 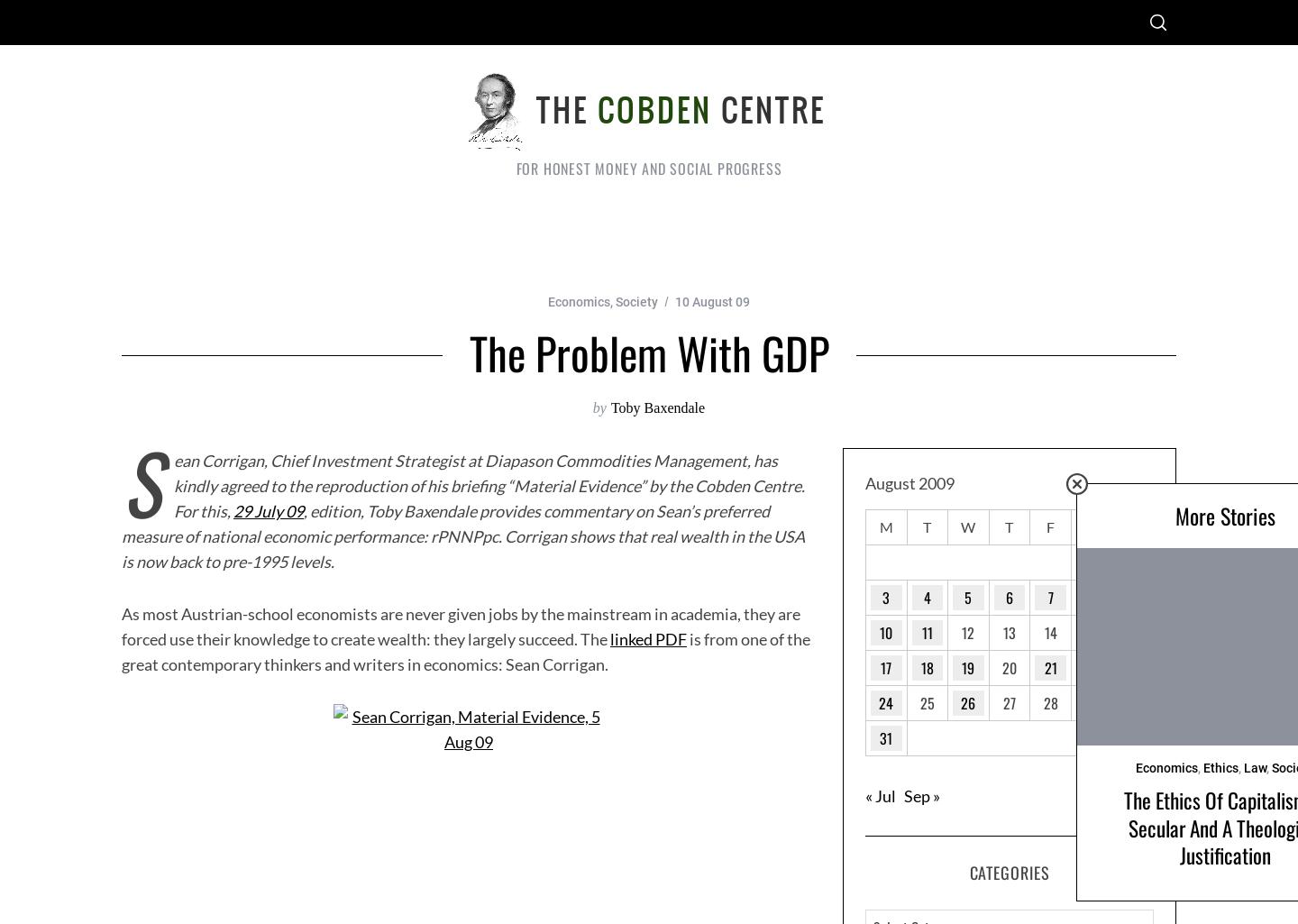 What do you see at coordinates (611, 300) in the screenshot?
I see `','` at bounding box center [611, 300].